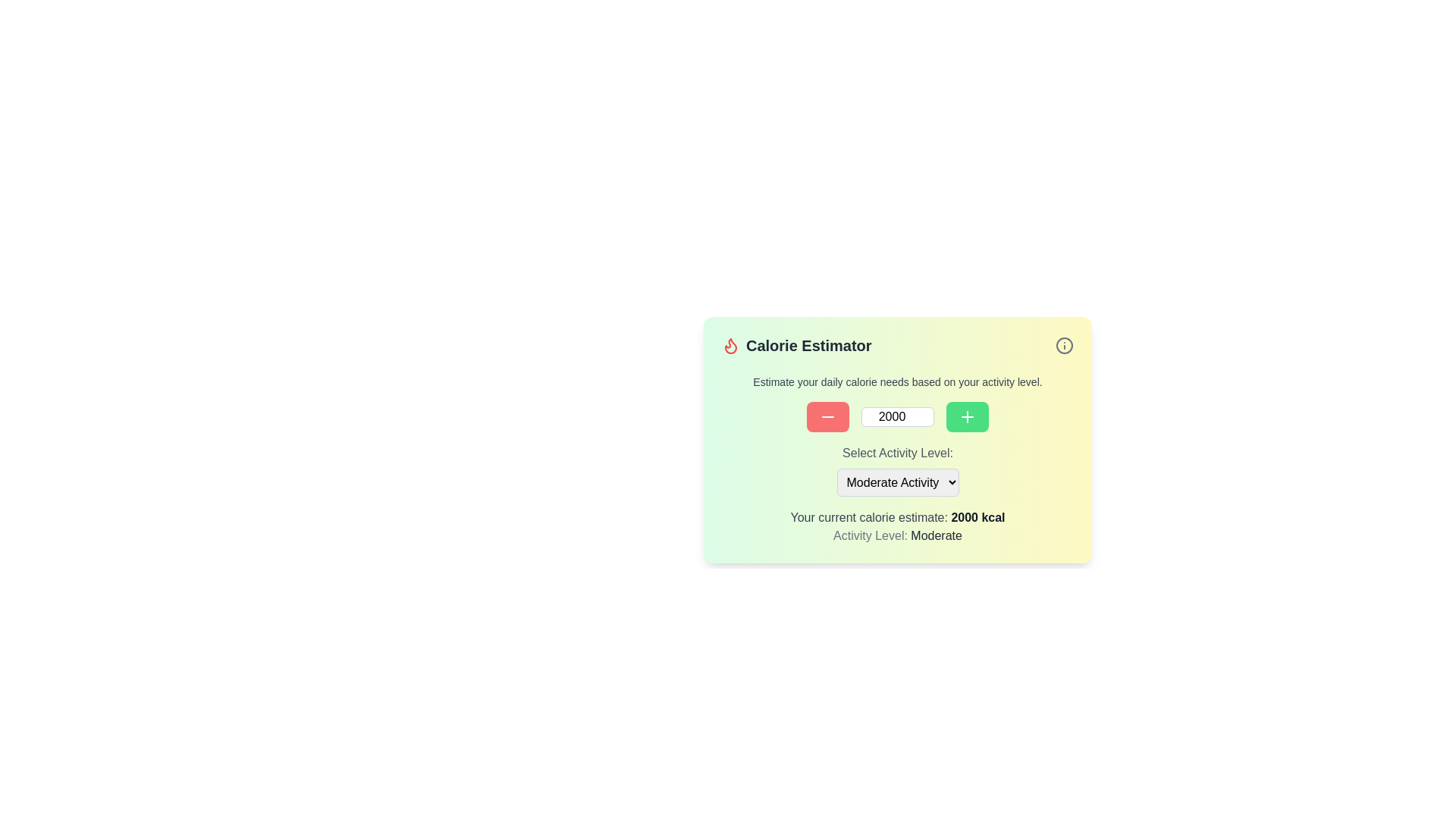 This screenshot has width=1456, height=819. Describe the element at coordinates (731, 346) in the screenshot. I see `the flame-shaped icon filled with a monochromatic color scheme located in the header area of the 'Calorie Estimator' card layout` at that location.